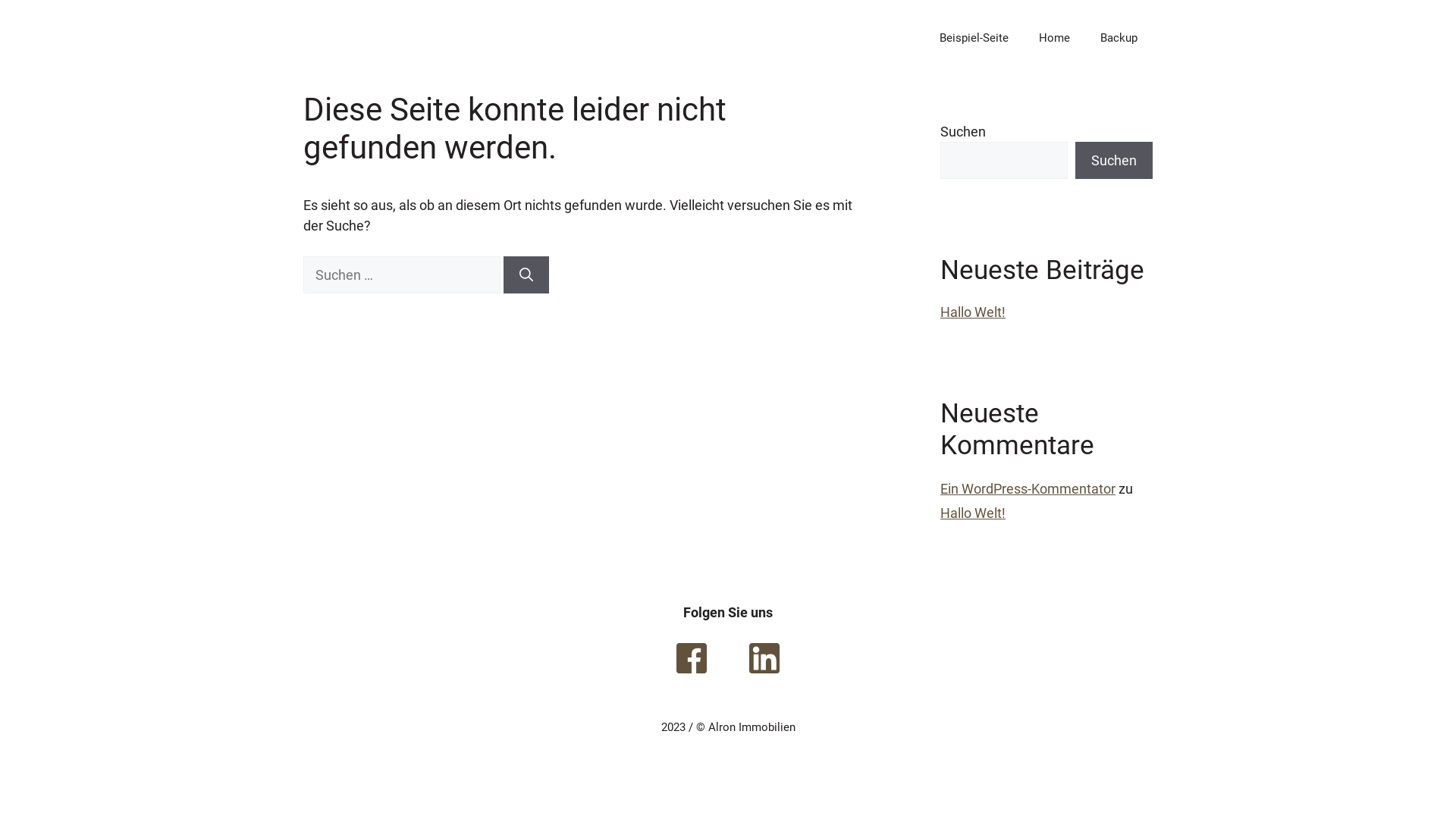 This screenshot has height=819, width=1456. What do you see at coordinates (1053, 37) in the screenshot?
I see `'Home'` at bounding box center [1053, 37].